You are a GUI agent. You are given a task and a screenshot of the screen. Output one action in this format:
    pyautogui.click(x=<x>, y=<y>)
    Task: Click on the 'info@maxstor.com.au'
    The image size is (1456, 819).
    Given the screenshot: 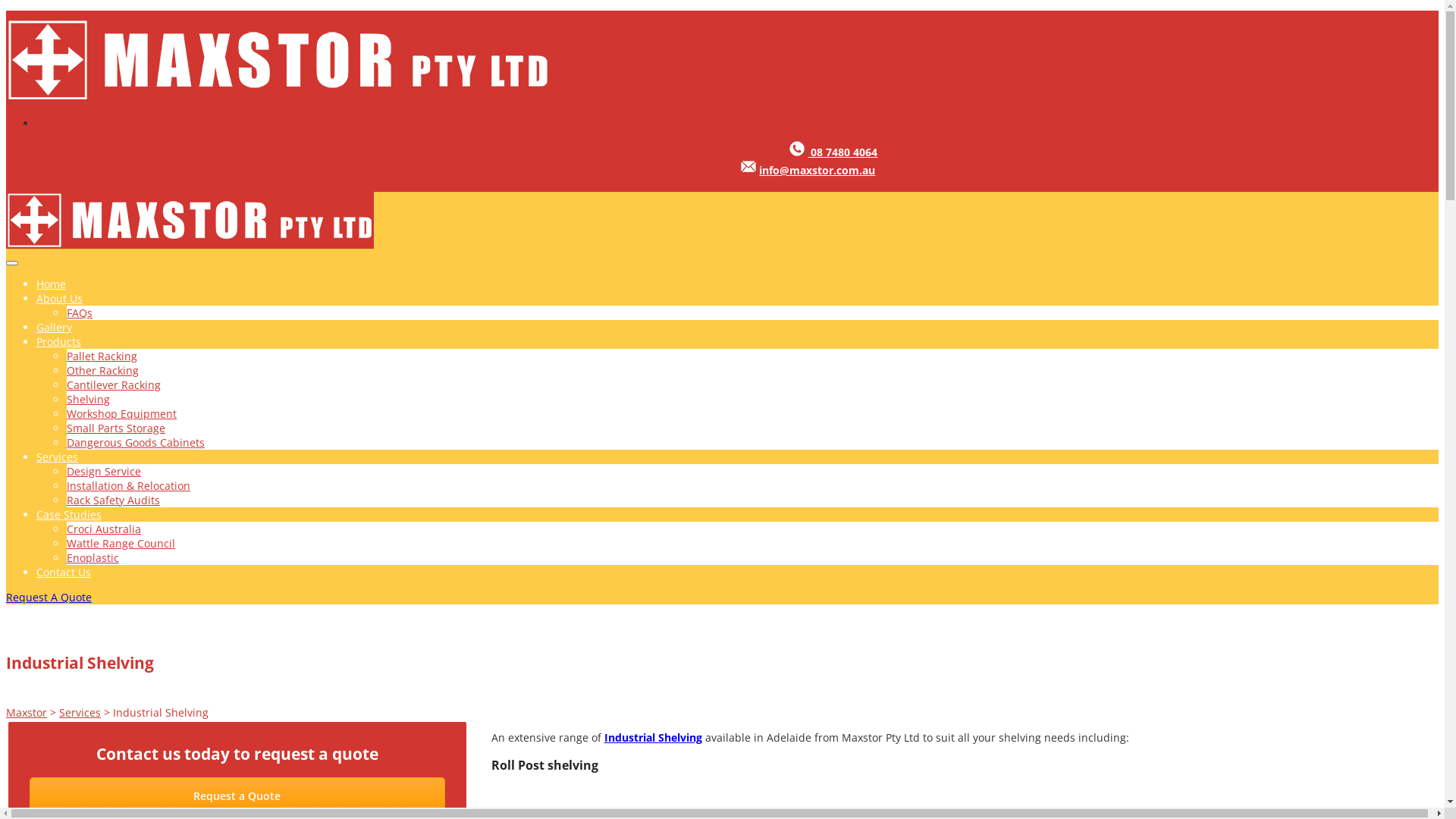 What is the action you would take?
    pyautogui.click(x=816, y=170)
    